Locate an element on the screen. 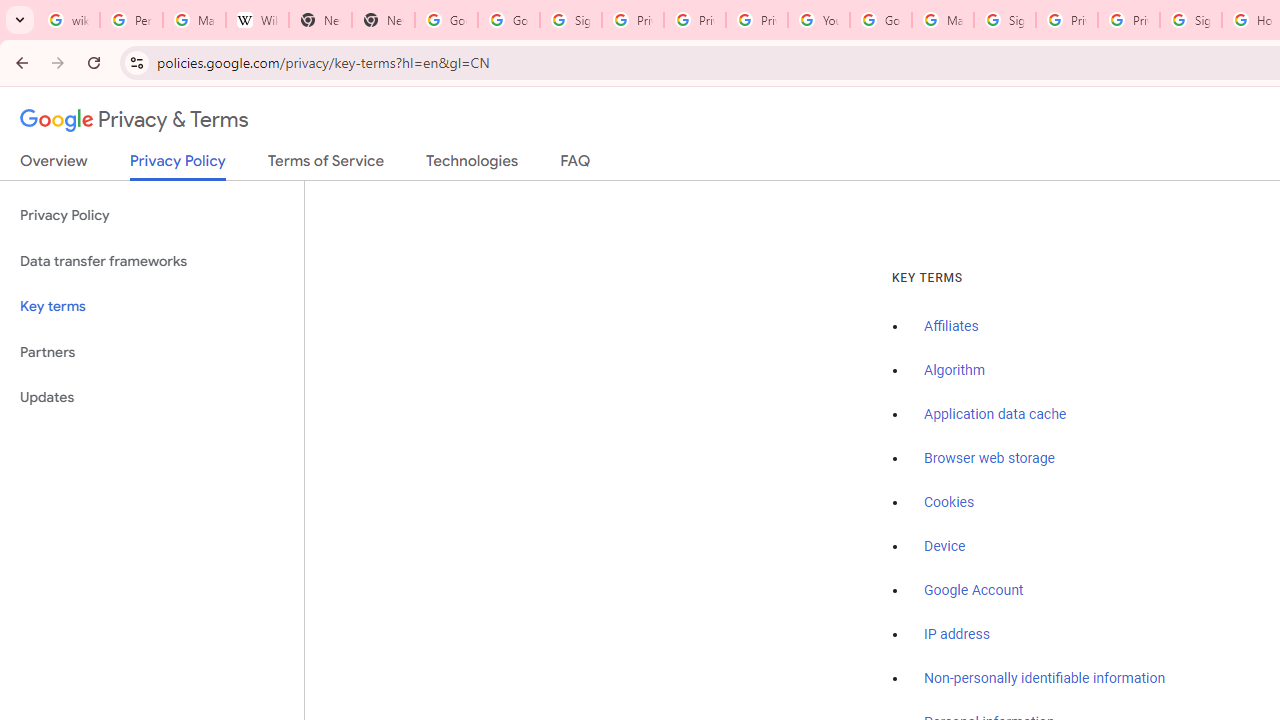  'Partners' is located at coordinates (151, 351).